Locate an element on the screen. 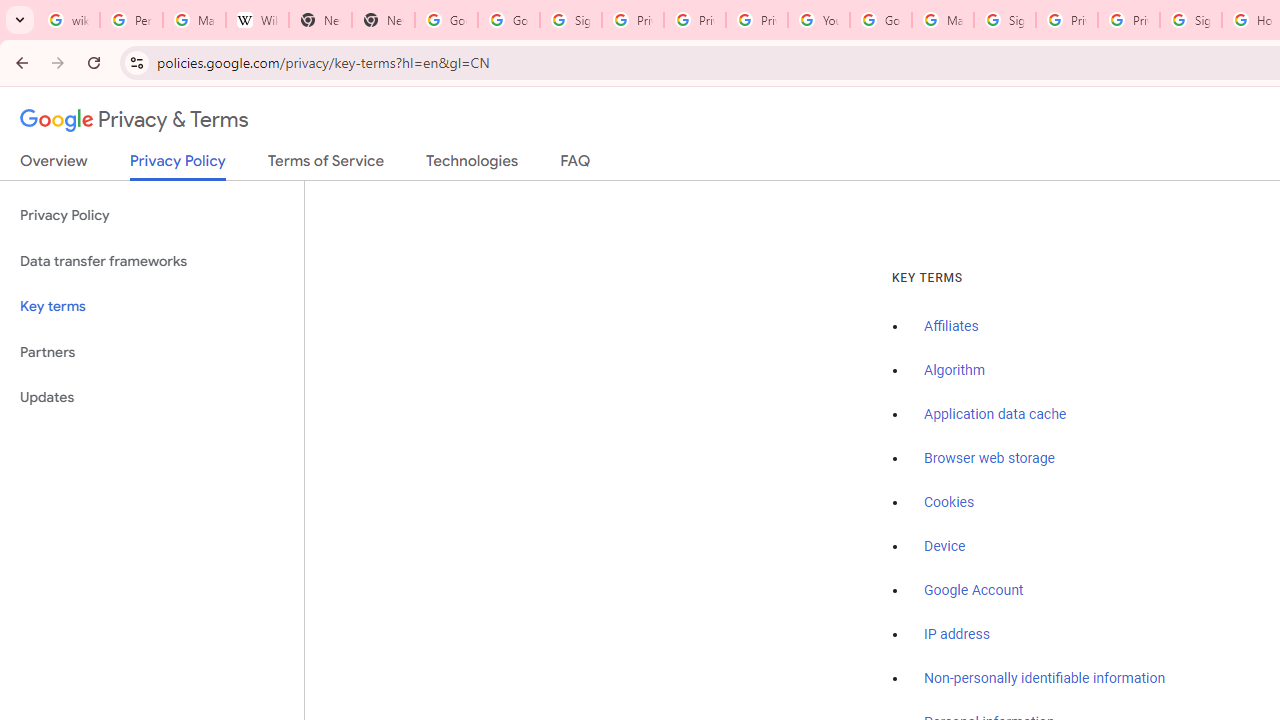  'Partners' is located at coordinates (151, 351).